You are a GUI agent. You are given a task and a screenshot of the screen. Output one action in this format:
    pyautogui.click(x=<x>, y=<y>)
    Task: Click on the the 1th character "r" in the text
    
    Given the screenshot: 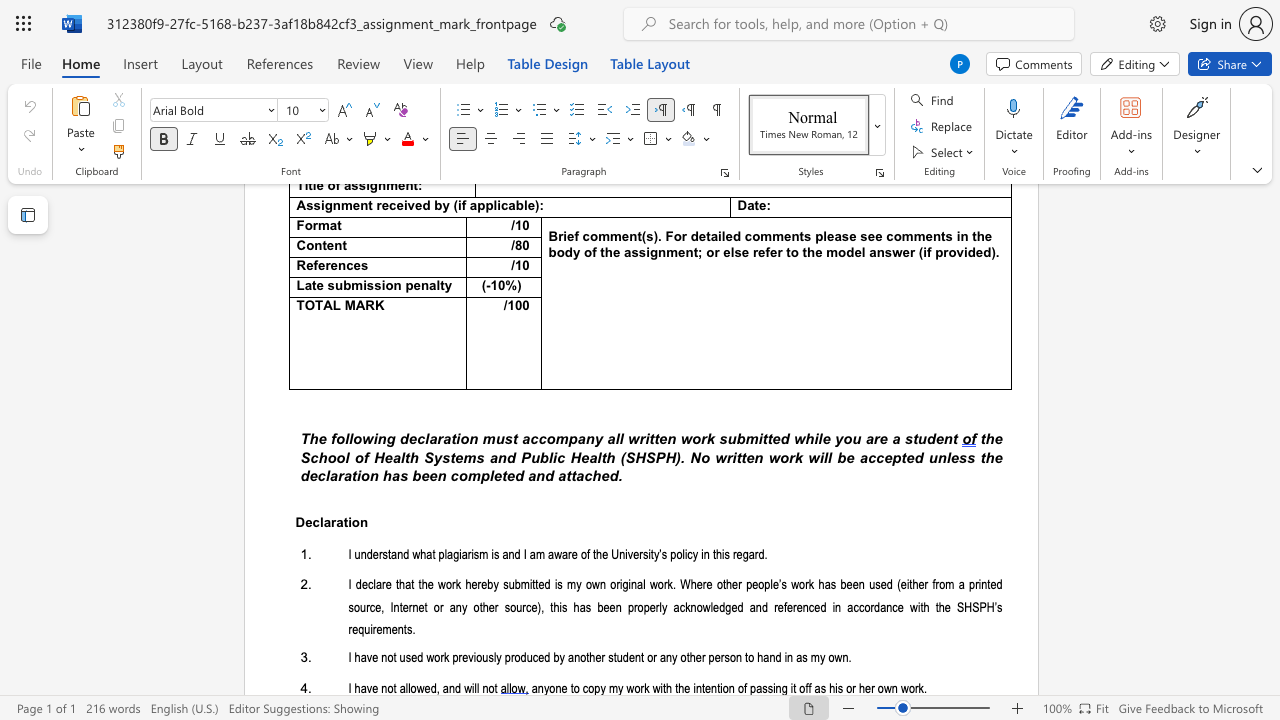 What is the action you would take?
    pyautogui.click(x=452, y=585)
    